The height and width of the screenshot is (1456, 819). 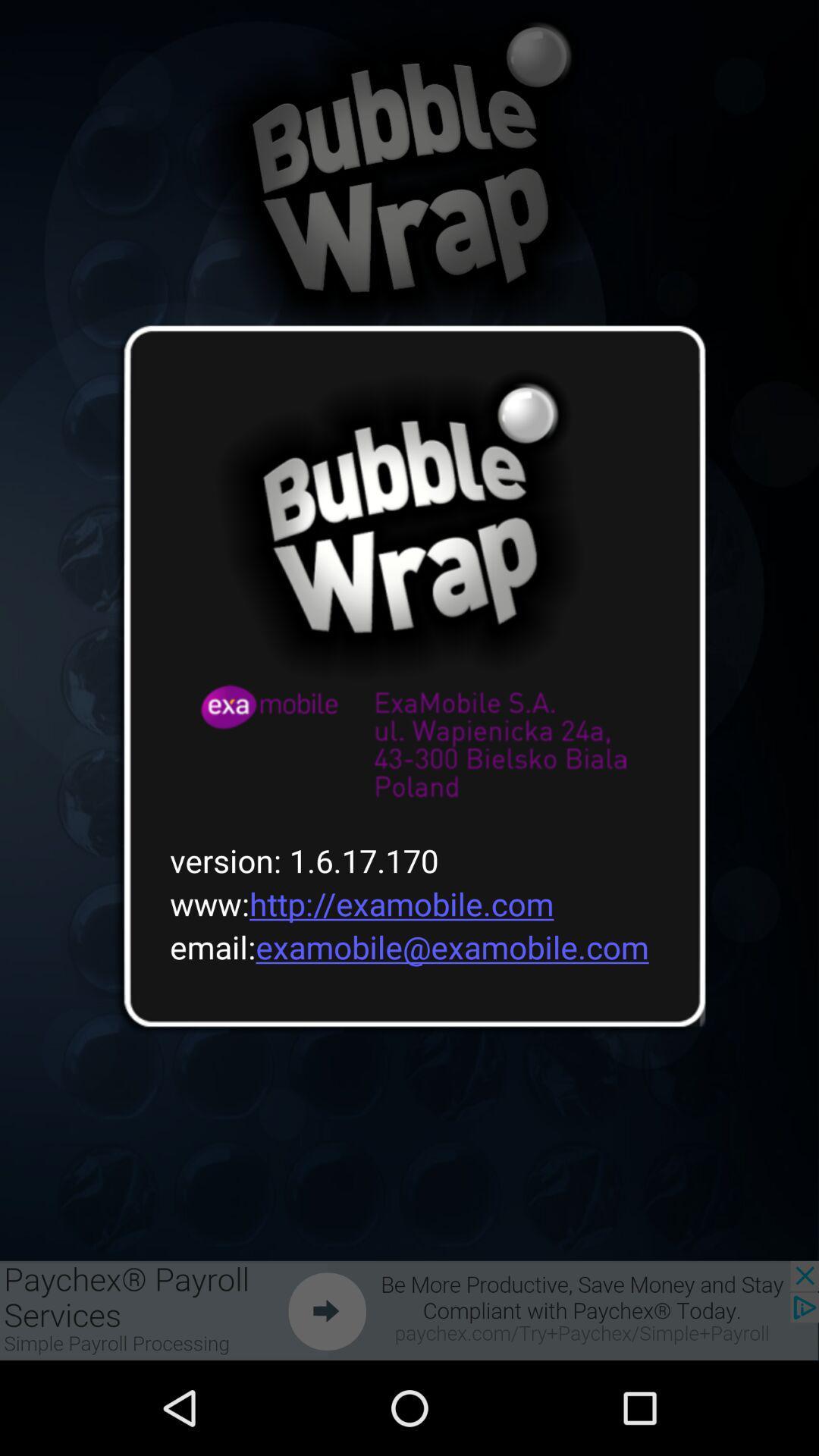 I want to click on icon below version 1 6 icon, so click(x=352, y=903).